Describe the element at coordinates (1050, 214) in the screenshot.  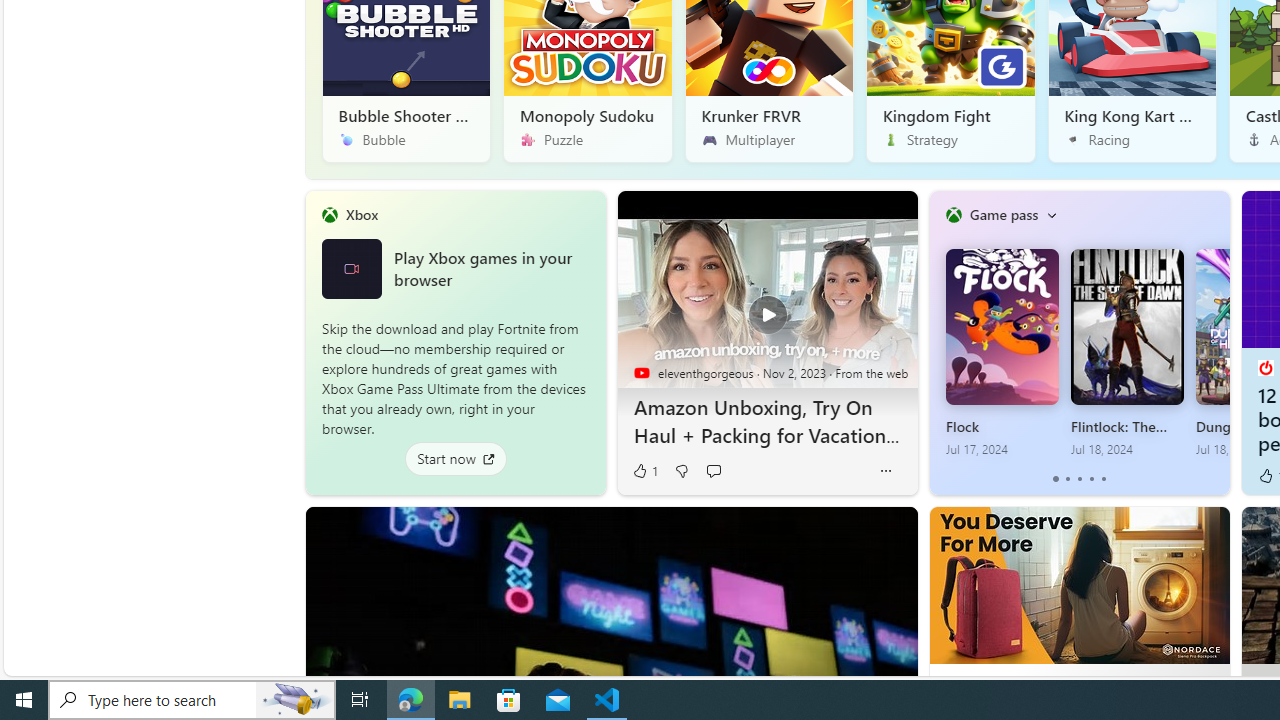
I see `'Class: icon-img'` at that location.